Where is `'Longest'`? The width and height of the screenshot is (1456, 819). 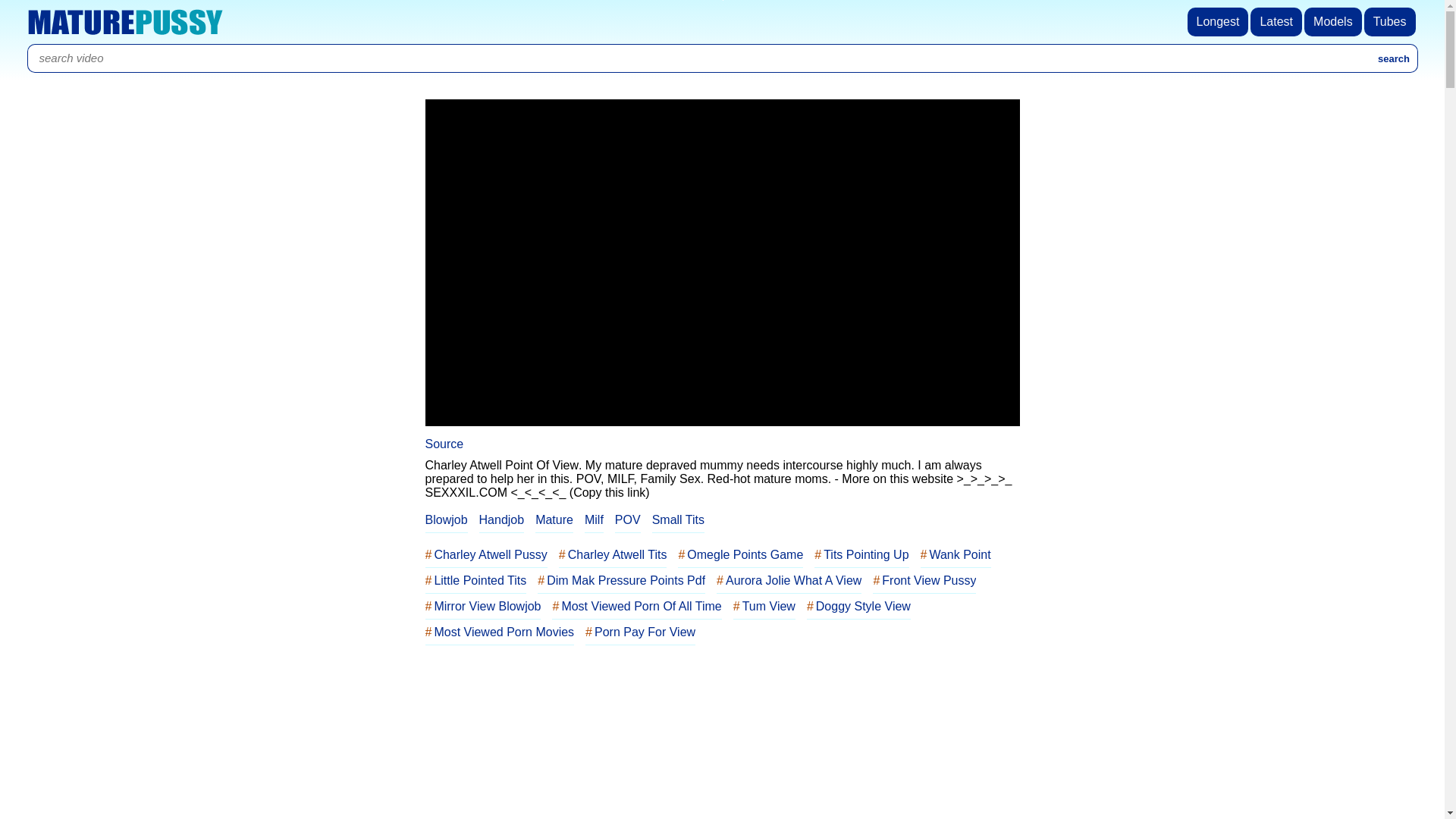 'Longest' is located at coordinates (1219, 22).